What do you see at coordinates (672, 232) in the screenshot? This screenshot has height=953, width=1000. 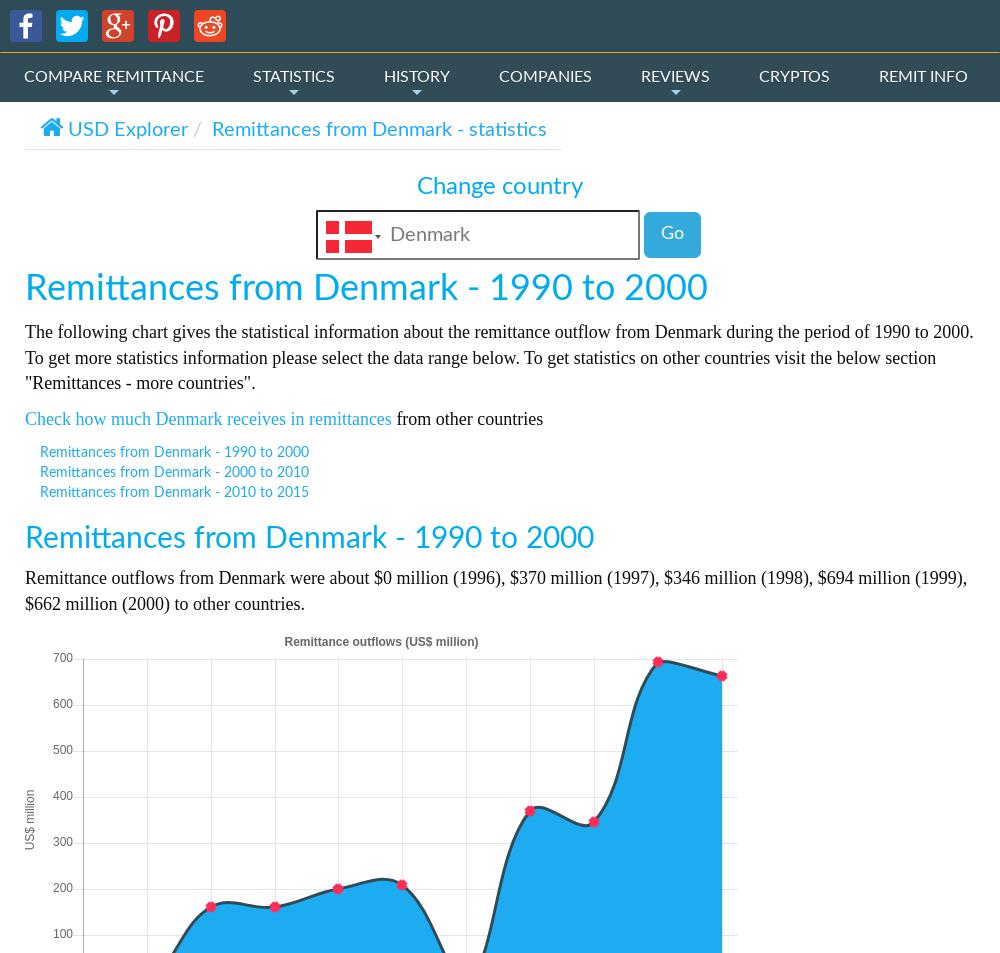 I see `'Go'` at bounding box center [672, 232].